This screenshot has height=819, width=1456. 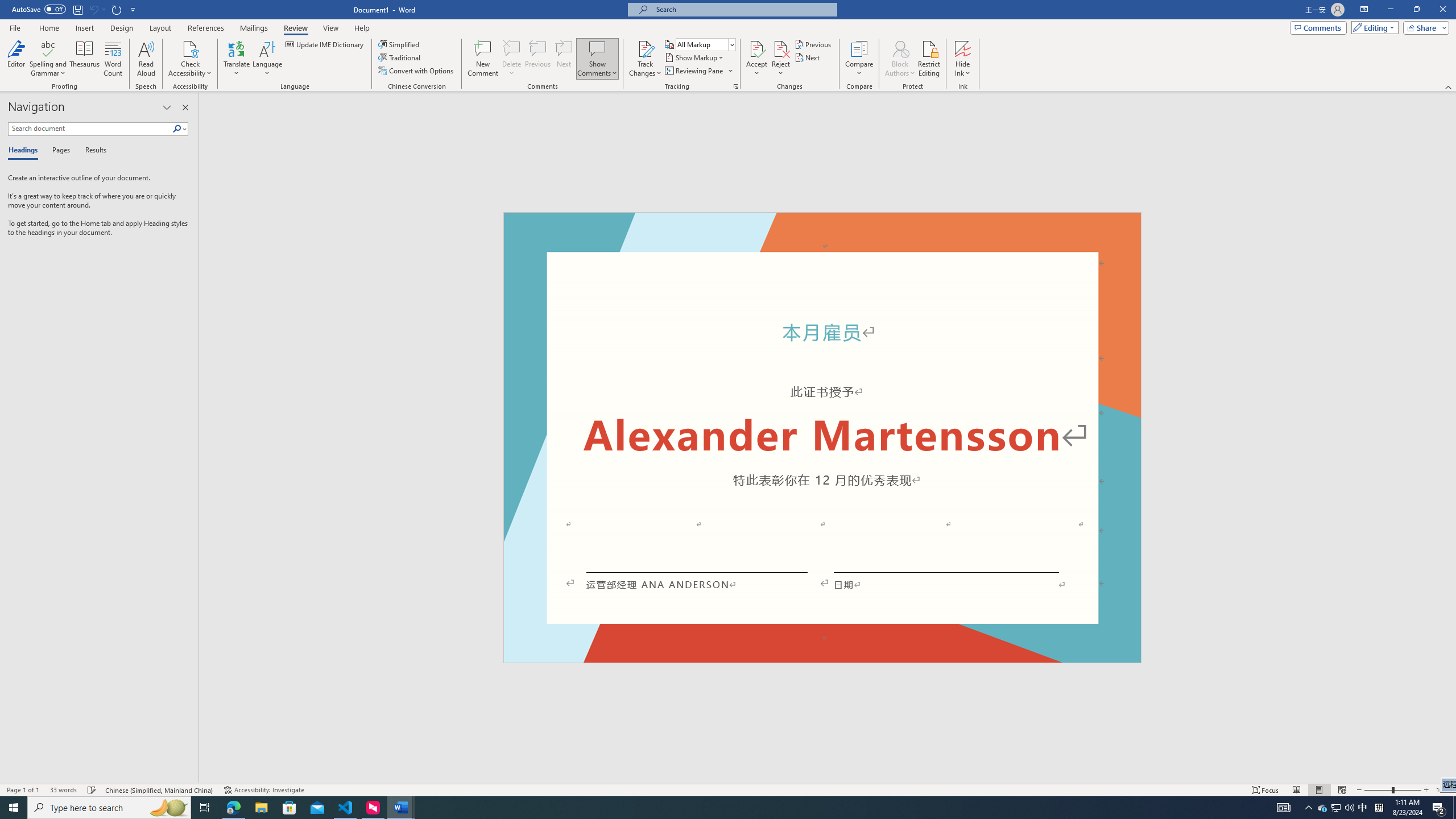 What do you see at coordinates (644, 48) in the screenshot?
I see `'Track Changes'` at bounding box center [644, 48].